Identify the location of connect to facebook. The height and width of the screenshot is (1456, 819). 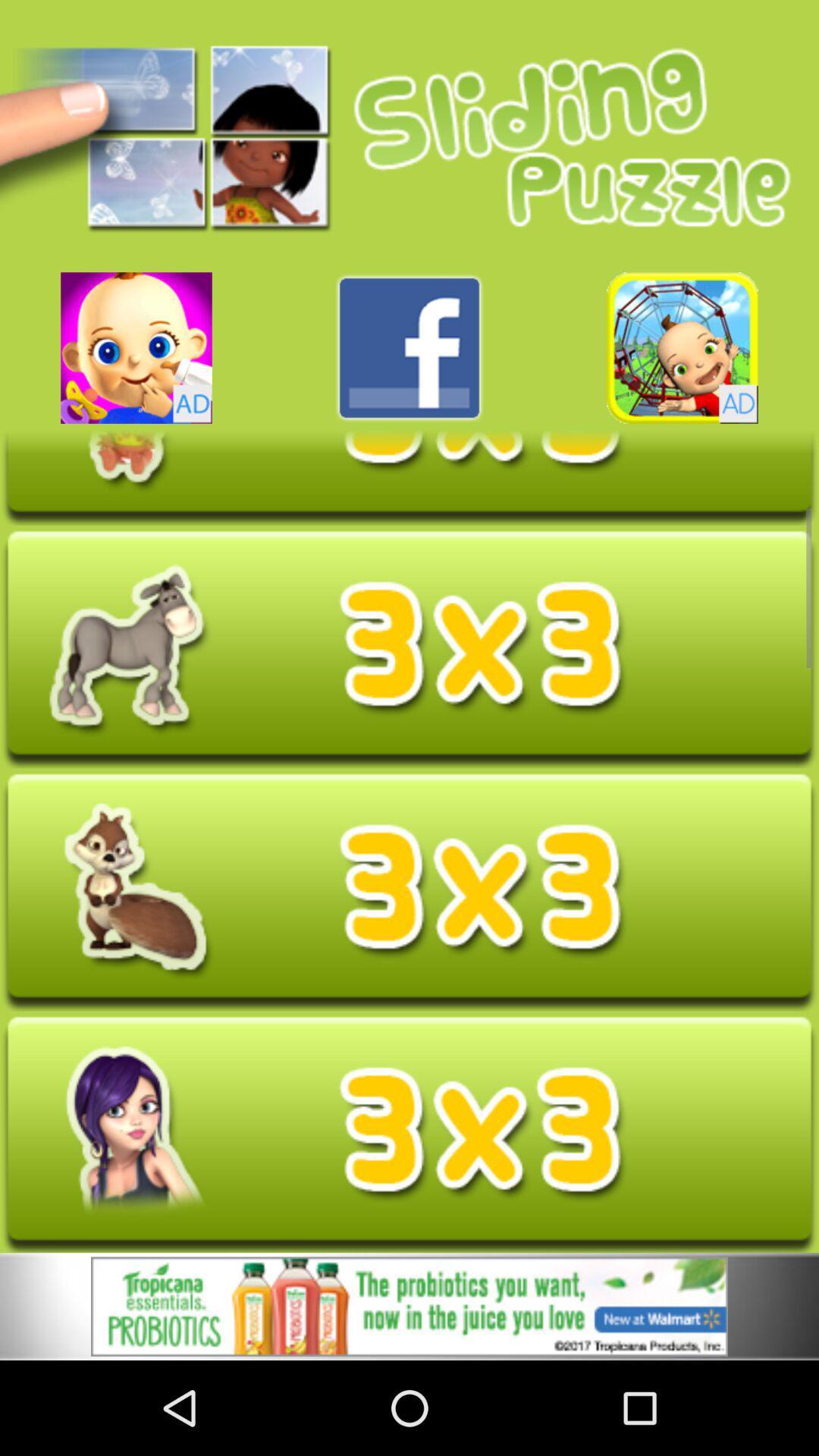
(409, 347).